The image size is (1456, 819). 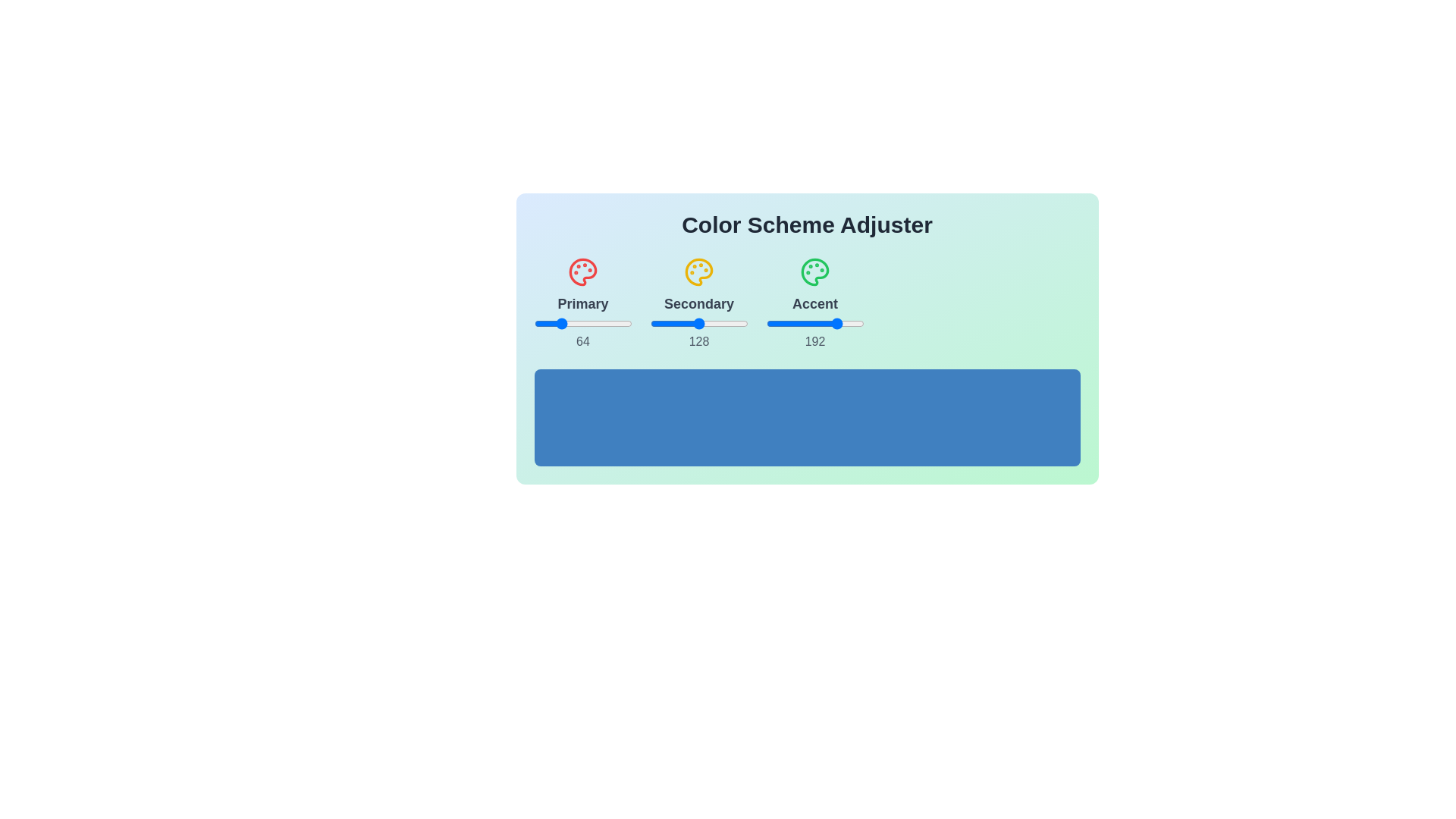 What do you see at coordinates (668, 323) in the screenshot?
I see `the 0 slider to 225` at bounding box center [668, 323].